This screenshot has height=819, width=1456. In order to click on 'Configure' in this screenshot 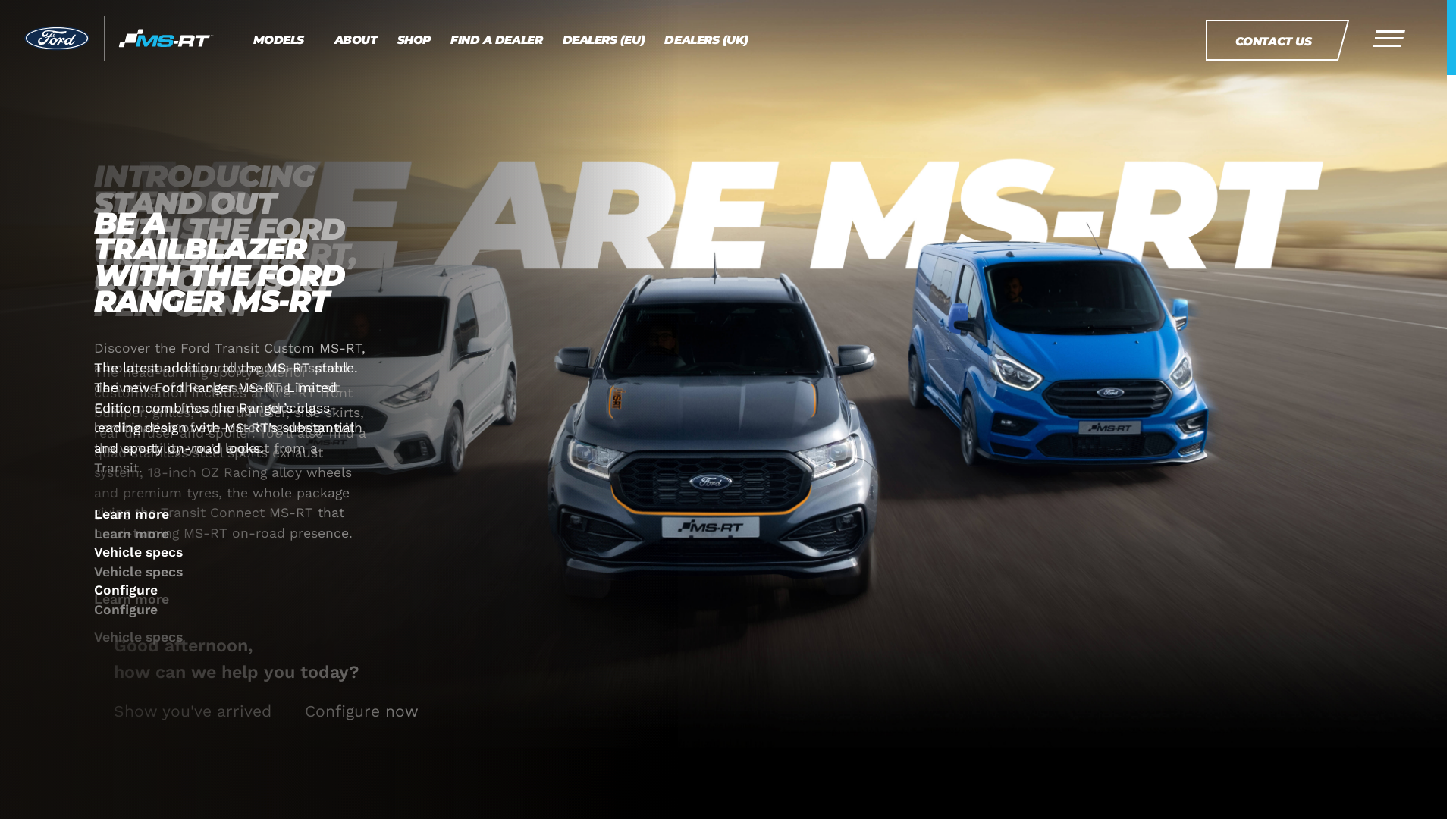, I will do `click(126, 608)`.